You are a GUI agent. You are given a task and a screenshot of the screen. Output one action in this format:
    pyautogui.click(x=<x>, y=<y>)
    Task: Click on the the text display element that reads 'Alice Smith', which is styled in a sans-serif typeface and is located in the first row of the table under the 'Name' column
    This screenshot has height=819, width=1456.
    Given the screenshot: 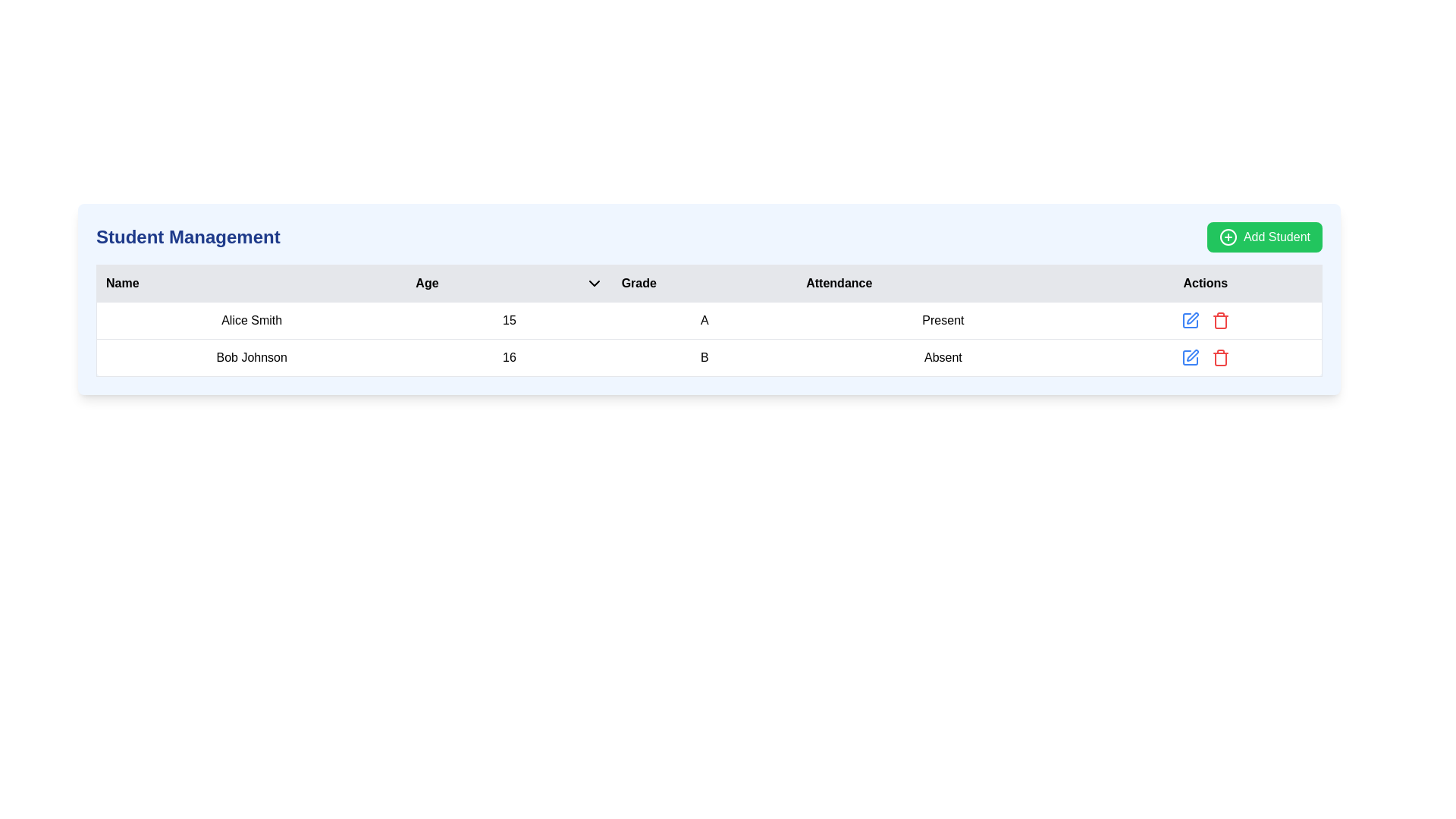 What is the action you would take?
    pyautogui.click(x=251, y=320)
    